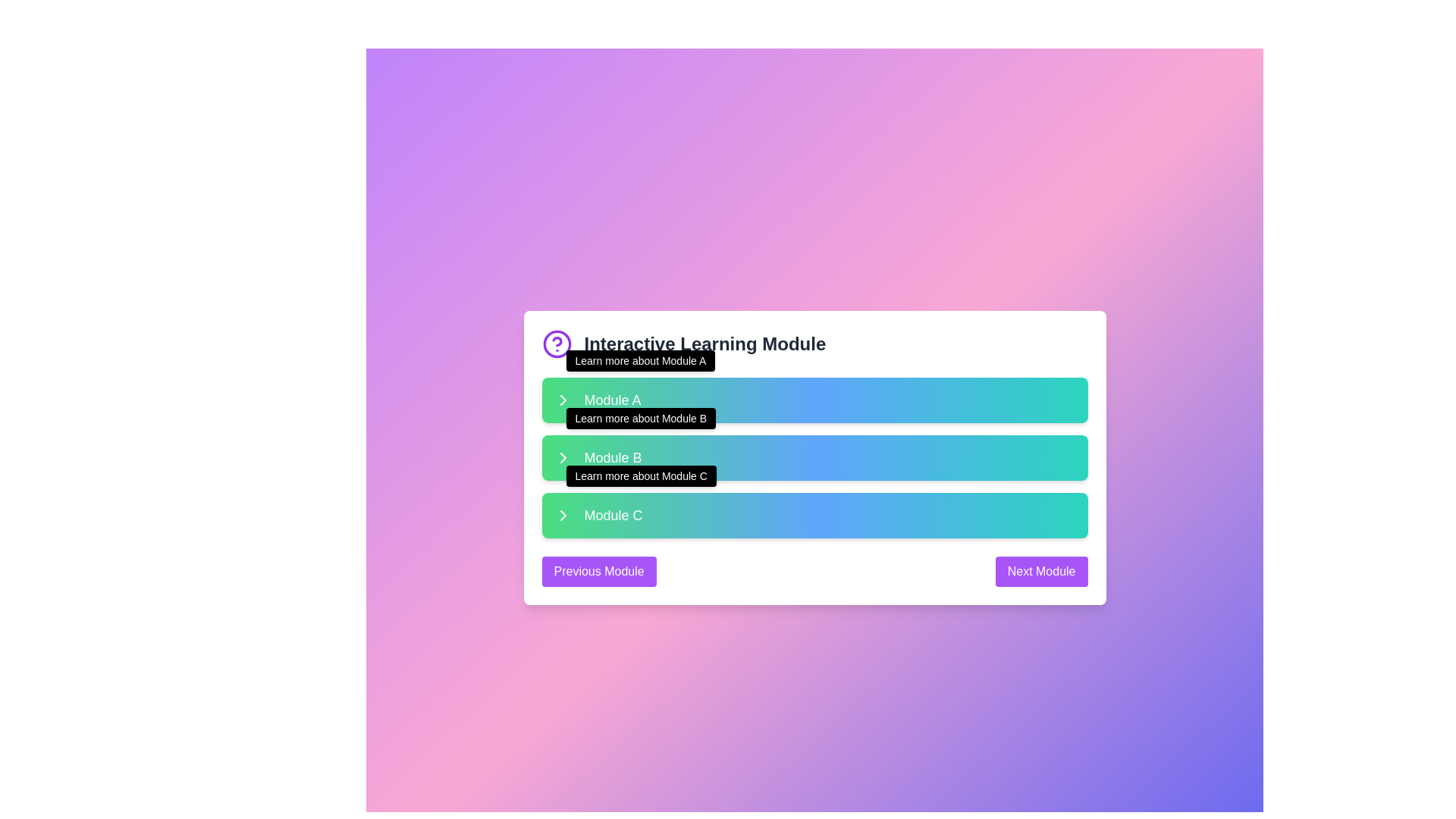 The width and height of the screenshot is (1456, 819). I want to click on the Tooltip that provides additional information about Module C, located directly above the Module C panel, so click(641, 475).